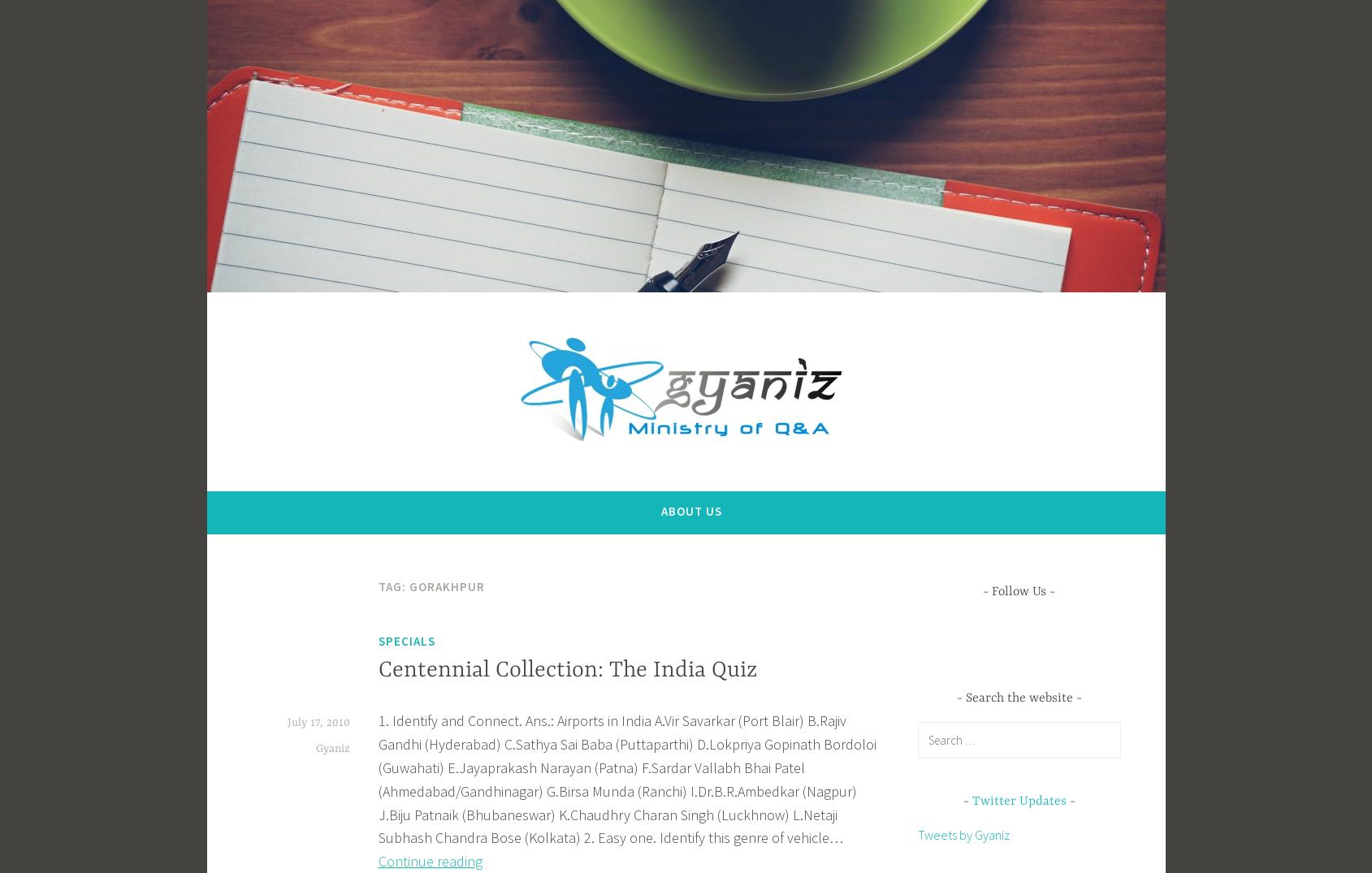  Describe the element at coordinates (567, 670) in the screenshot. I see `'Centennial Collection: The India Quiz'` at that location.